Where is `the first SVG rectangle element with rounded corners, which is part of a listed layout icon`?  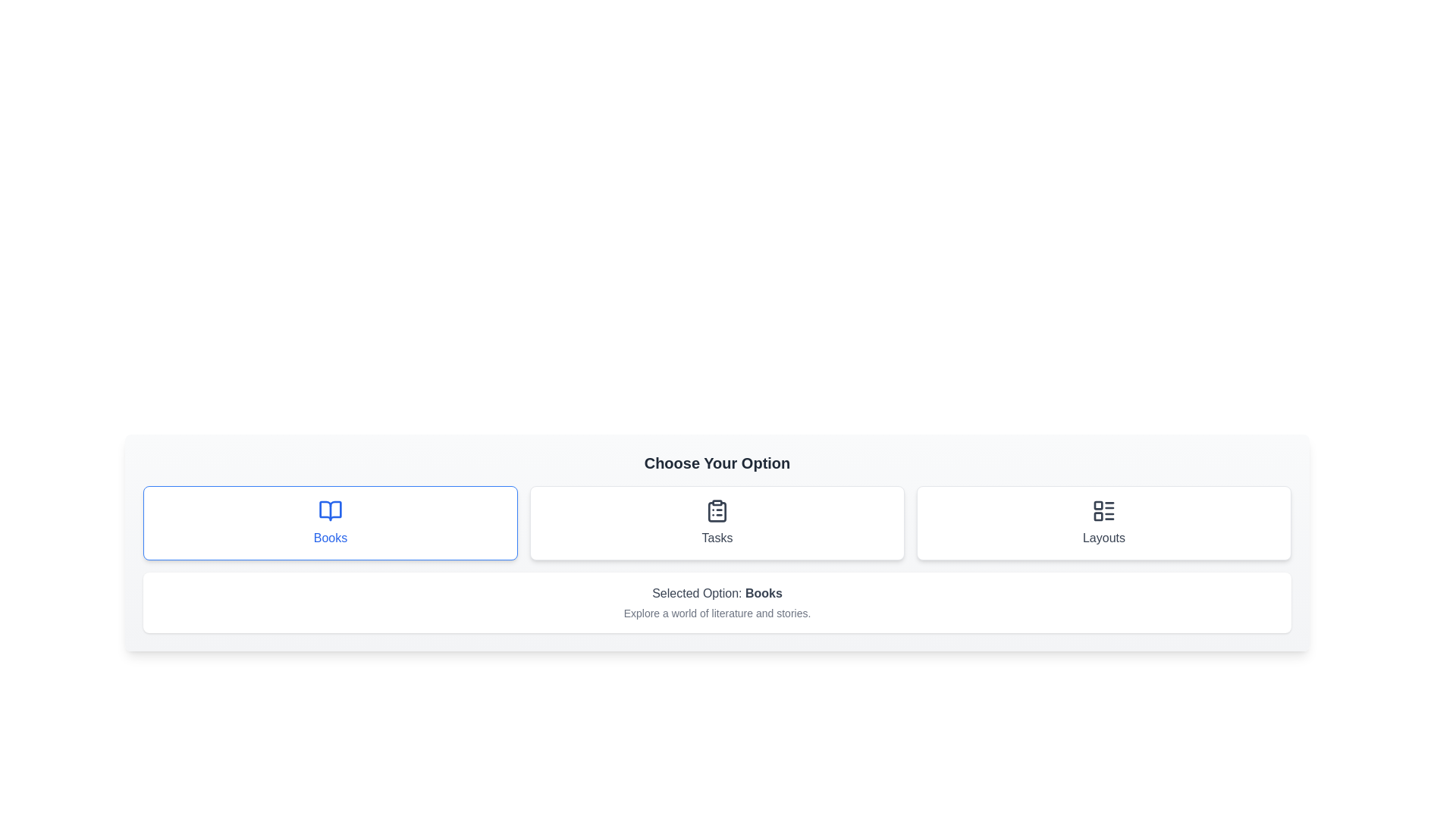 the first SVG rectangle element with rounded corners, which is part of a listed layout icon is located at coordinates (1098, 505).